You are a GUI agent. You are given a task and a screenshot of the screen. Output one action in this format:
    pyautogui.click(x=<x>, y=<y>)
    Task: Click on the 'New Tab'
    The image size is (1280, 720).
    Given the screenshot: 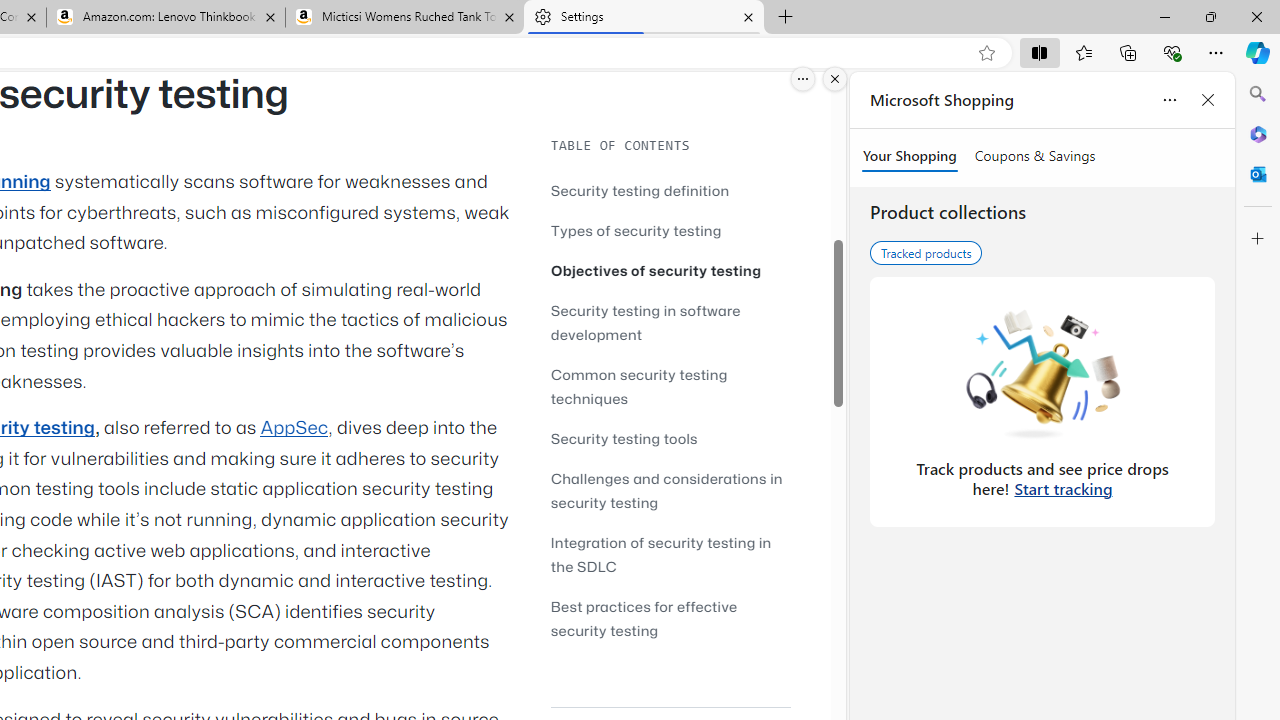 What is the action you would take?
    pyautogui.click(x=784, y=17)
    